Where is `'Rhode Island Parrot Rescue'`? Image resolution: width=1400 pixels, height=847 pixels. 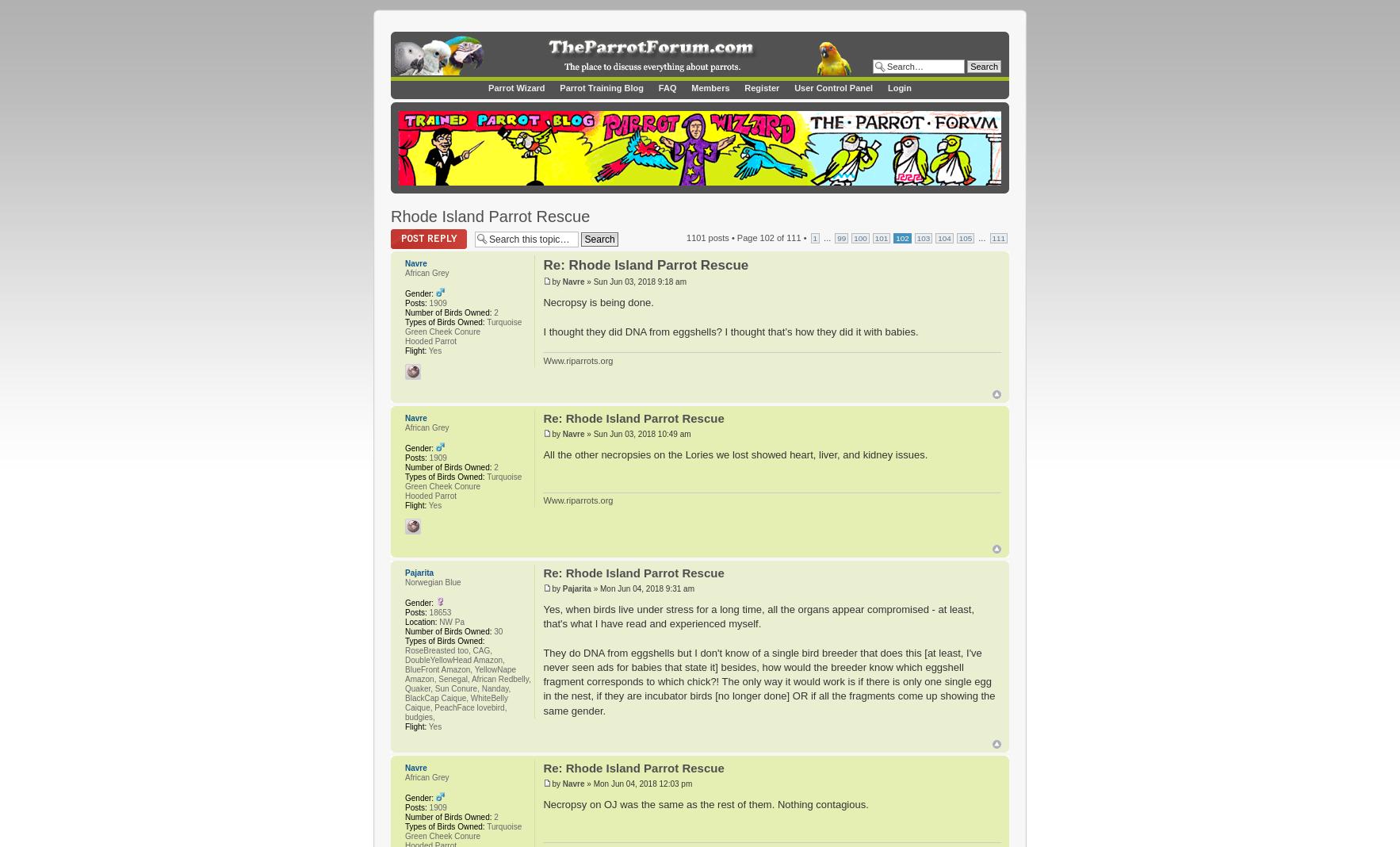
'Rhode Island Parrot Rescue' is located at coordinates (490, 215).